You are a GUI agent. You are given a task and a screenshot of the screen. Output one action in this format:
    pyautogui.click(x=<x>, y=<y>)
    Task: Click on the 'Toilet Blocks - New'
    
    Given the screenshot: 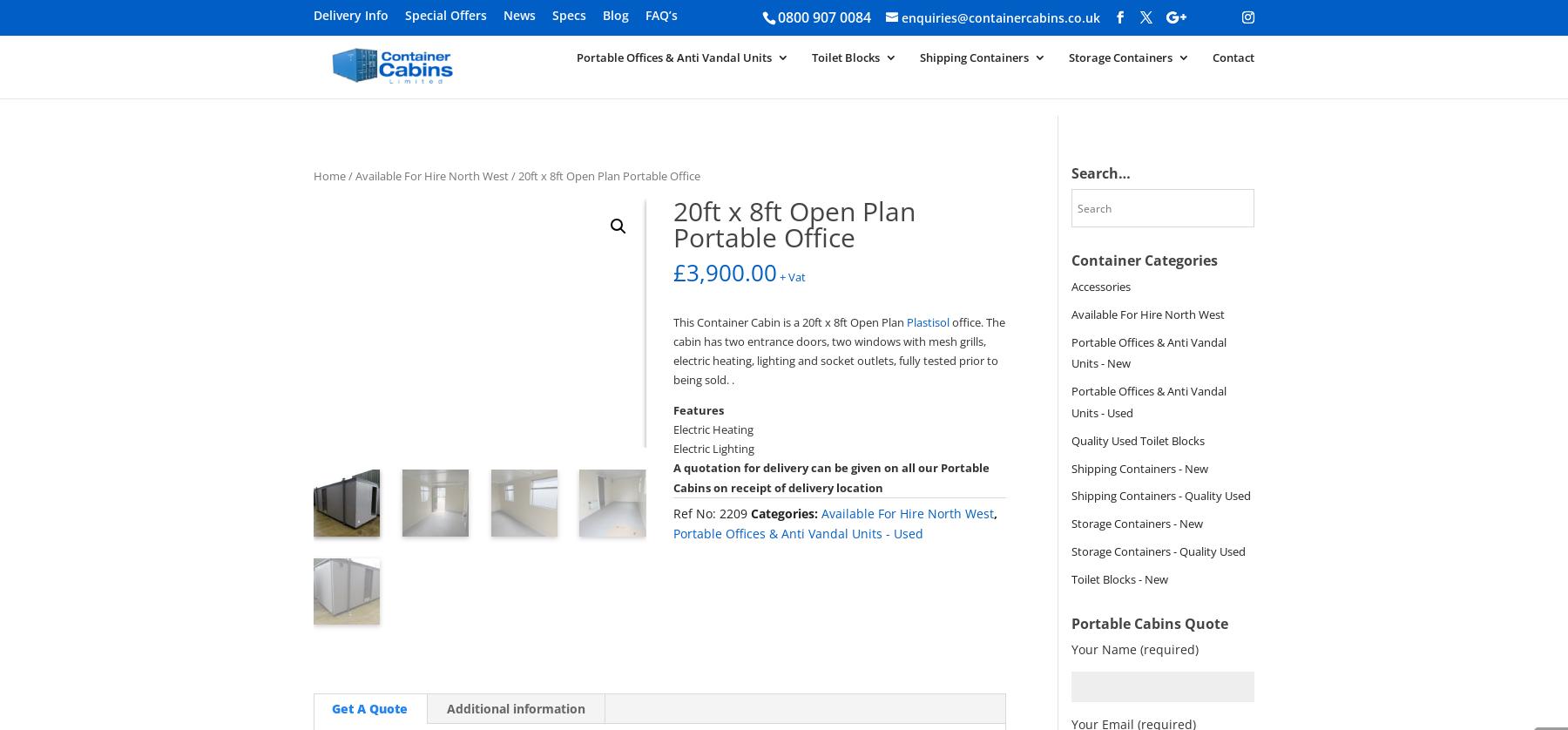 What is the action you would take?
    pyautogui.click(x=1119, y=578)
    